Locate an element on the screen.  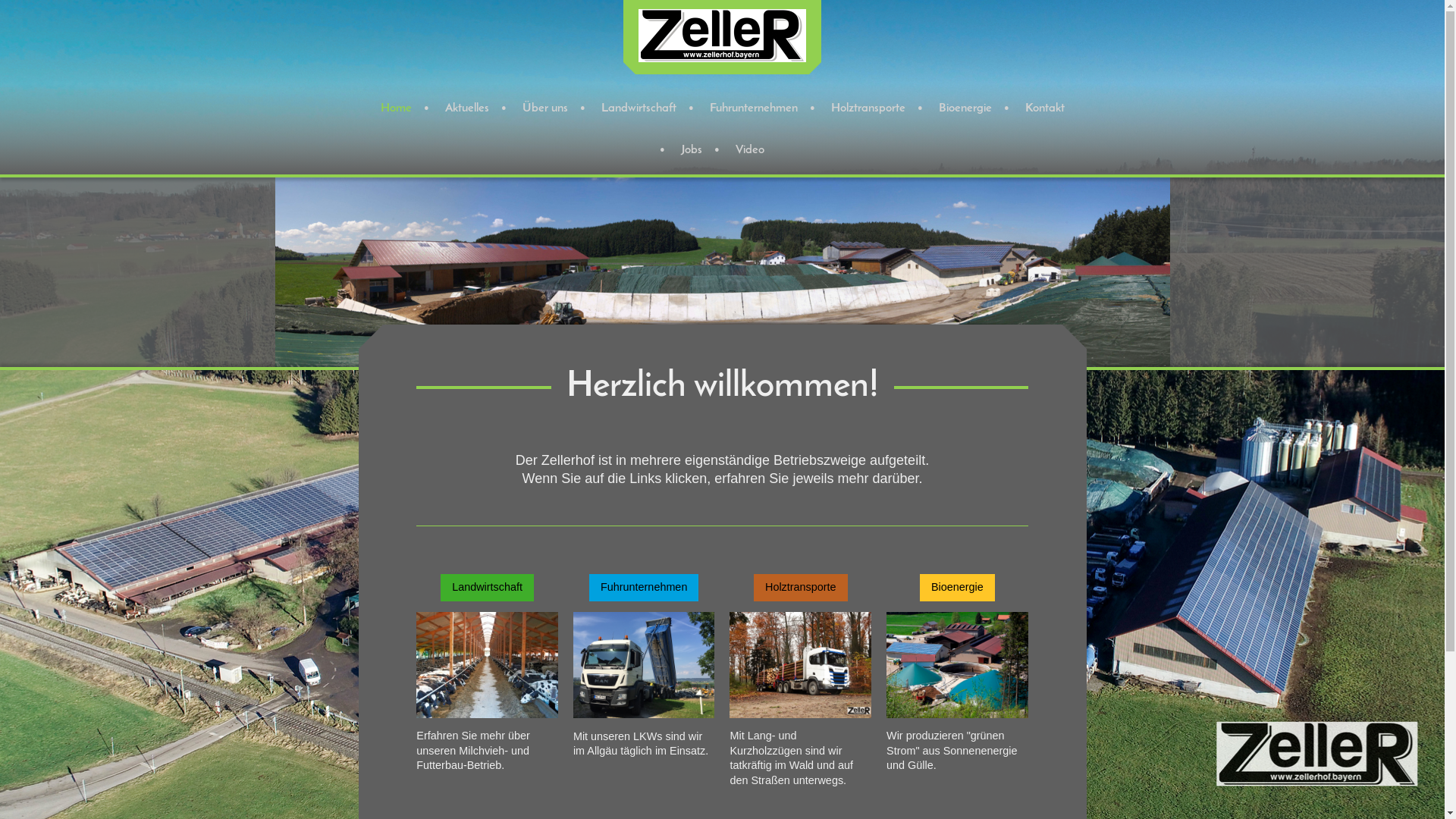
'Holztransporte' is located at coordinates (800, 586).